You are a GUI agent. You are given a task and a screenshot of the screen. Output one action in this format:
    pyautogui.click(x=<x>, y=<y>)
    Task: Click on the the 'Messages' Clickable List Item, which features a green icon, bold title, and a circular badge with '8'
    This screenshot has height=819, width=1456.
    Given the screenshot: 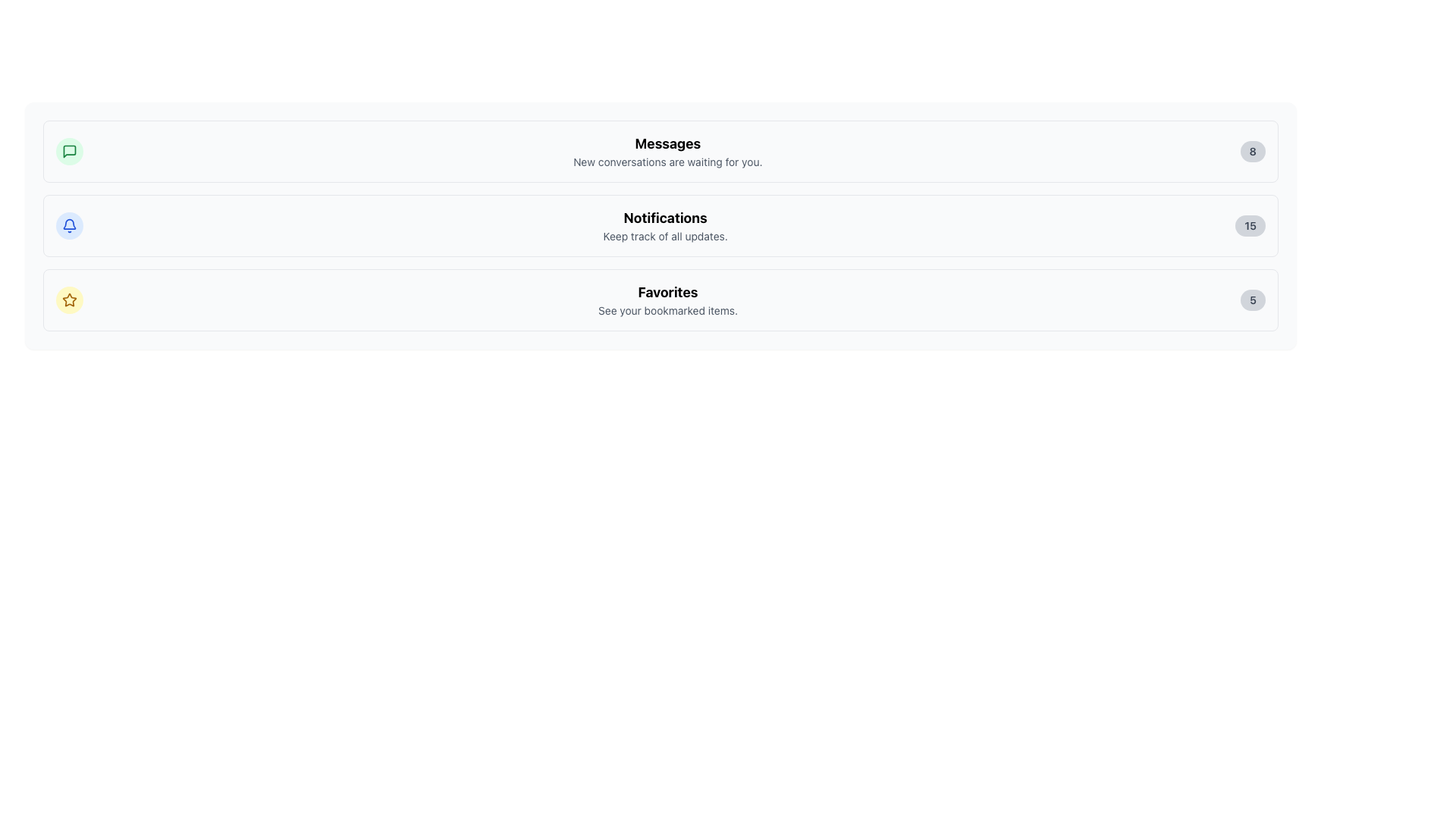 What is the action you would take?
    pyautogui.click(x=661, y=152)
    